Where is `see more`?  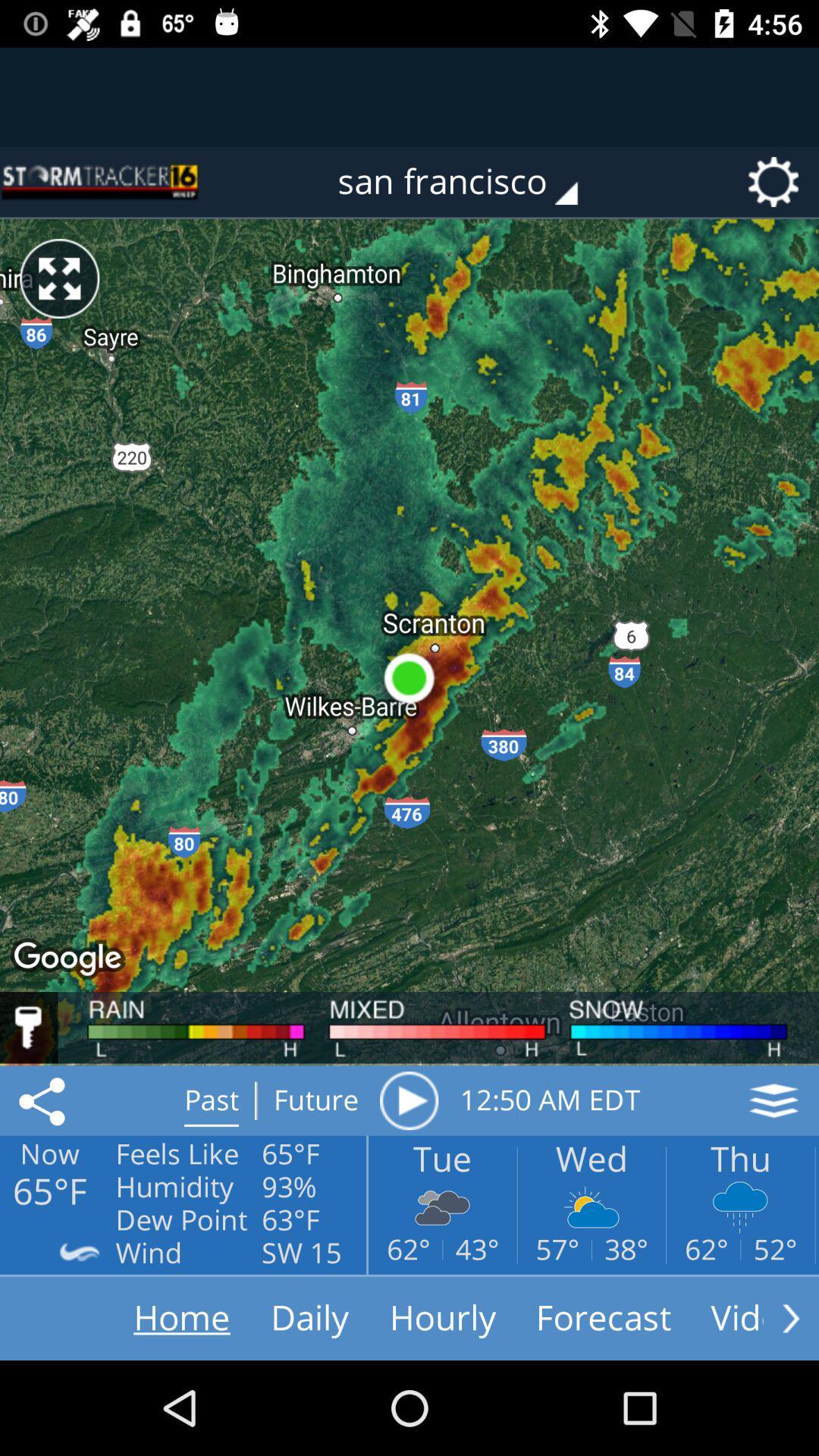 see more is located at coordinates (790, 1317).